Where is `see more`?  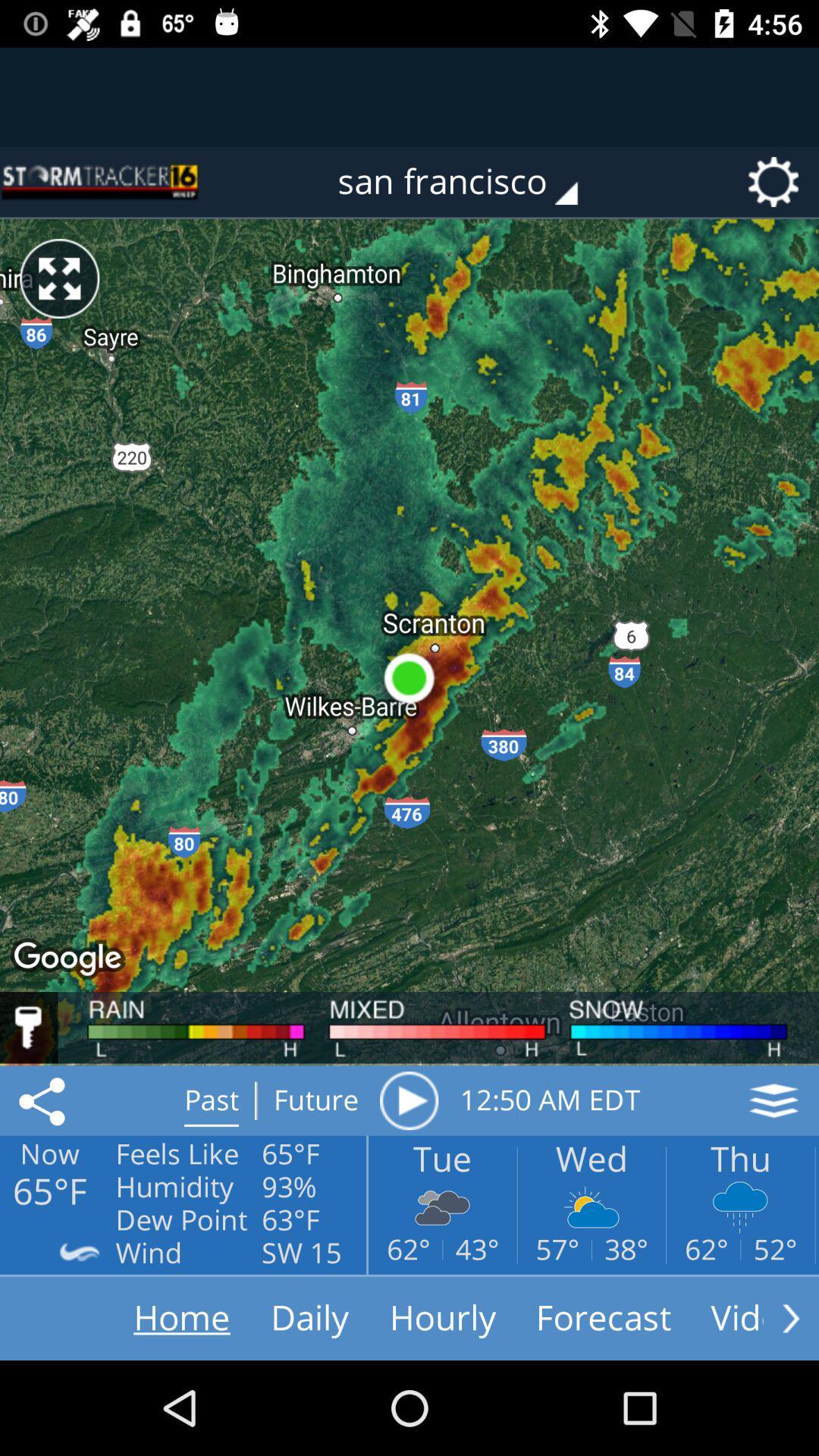 see more is located at coordinates (790, 1317).